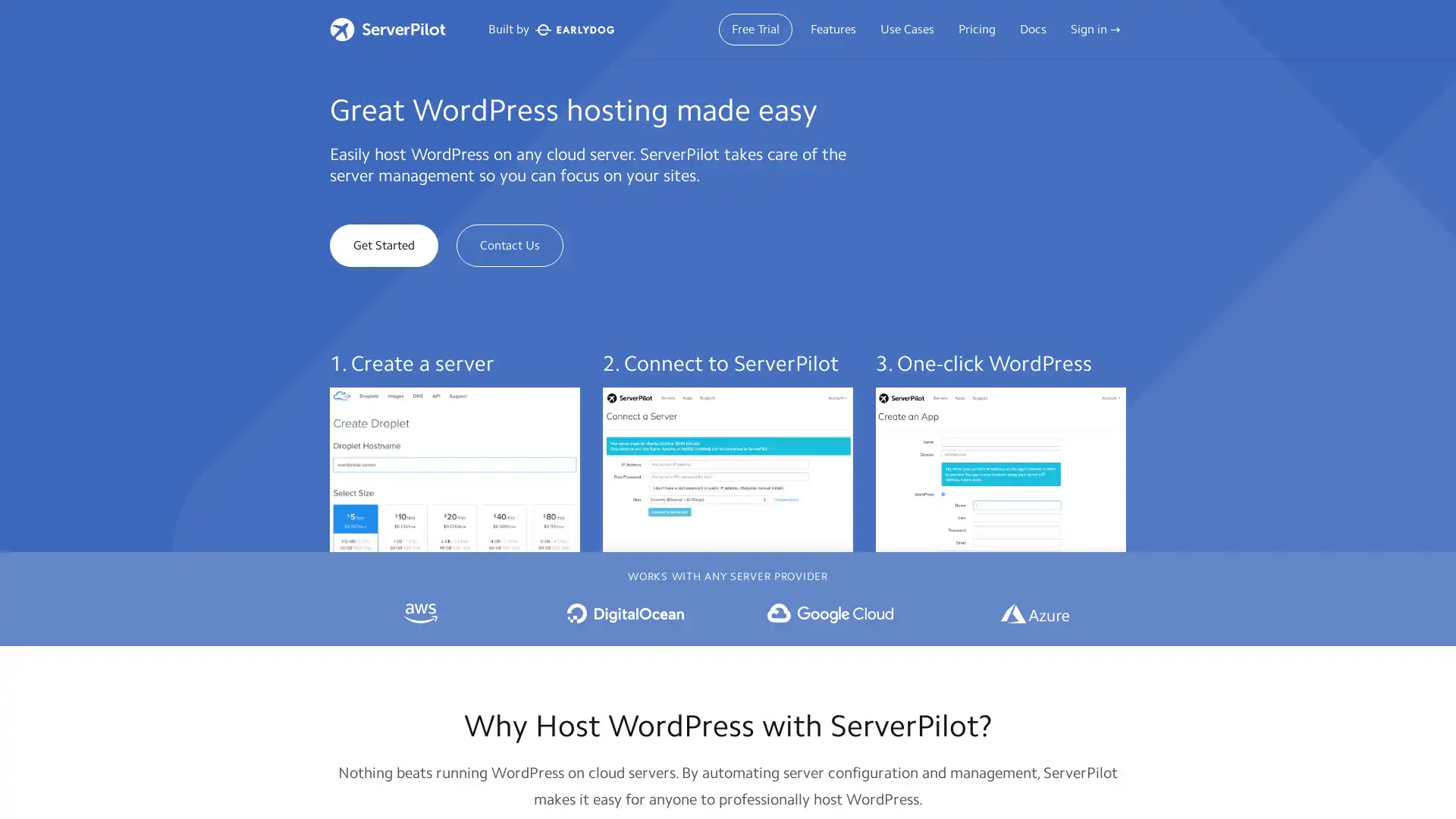 The width and height of the screenshot is (1456, 819). I want to click on Docs, so click(1032, 29).